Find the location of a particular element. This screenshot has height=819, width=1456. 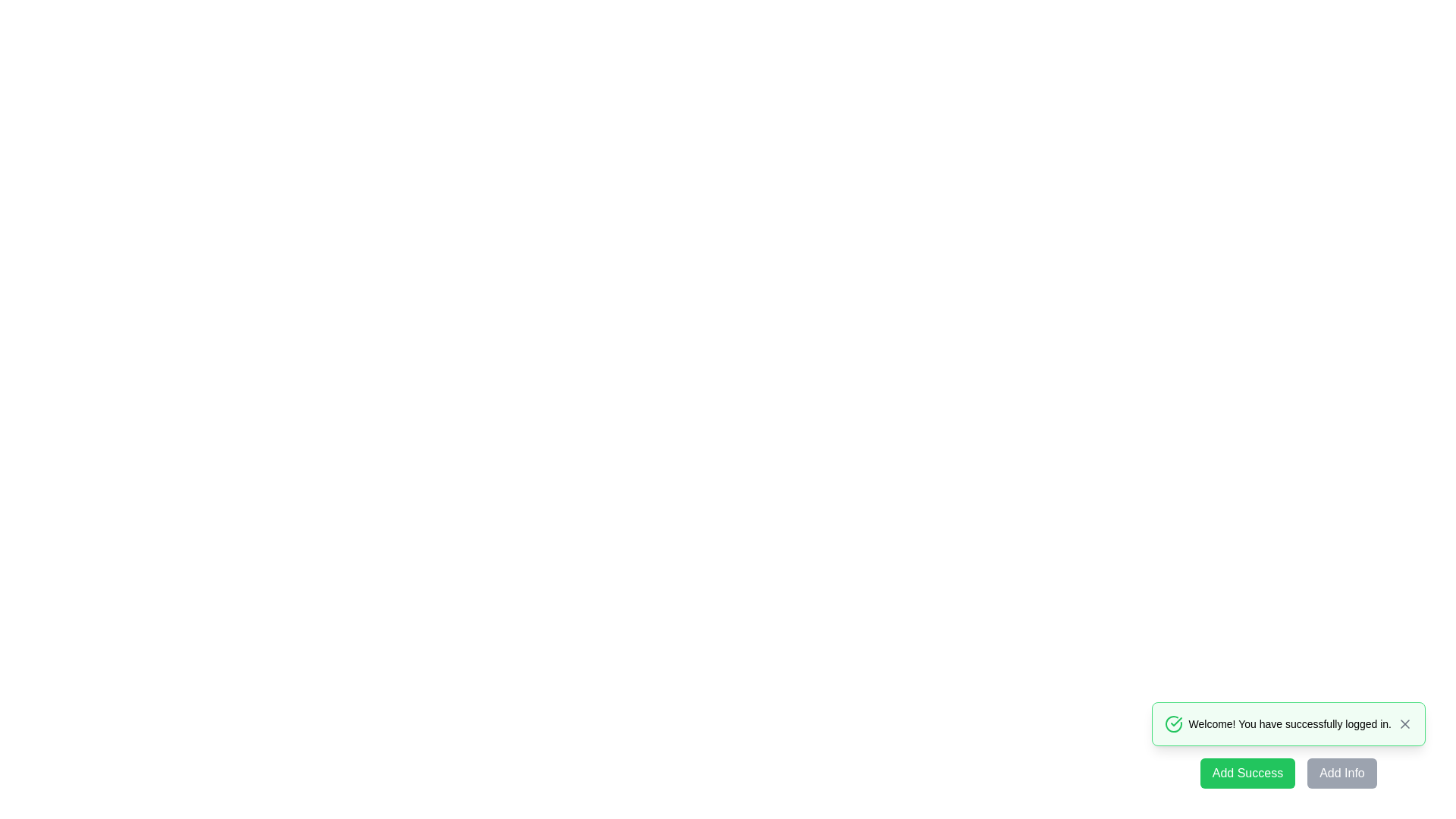

the success login icon located on the left side of the notification banner that indicates successful login is located at coordinates (1172, 723).